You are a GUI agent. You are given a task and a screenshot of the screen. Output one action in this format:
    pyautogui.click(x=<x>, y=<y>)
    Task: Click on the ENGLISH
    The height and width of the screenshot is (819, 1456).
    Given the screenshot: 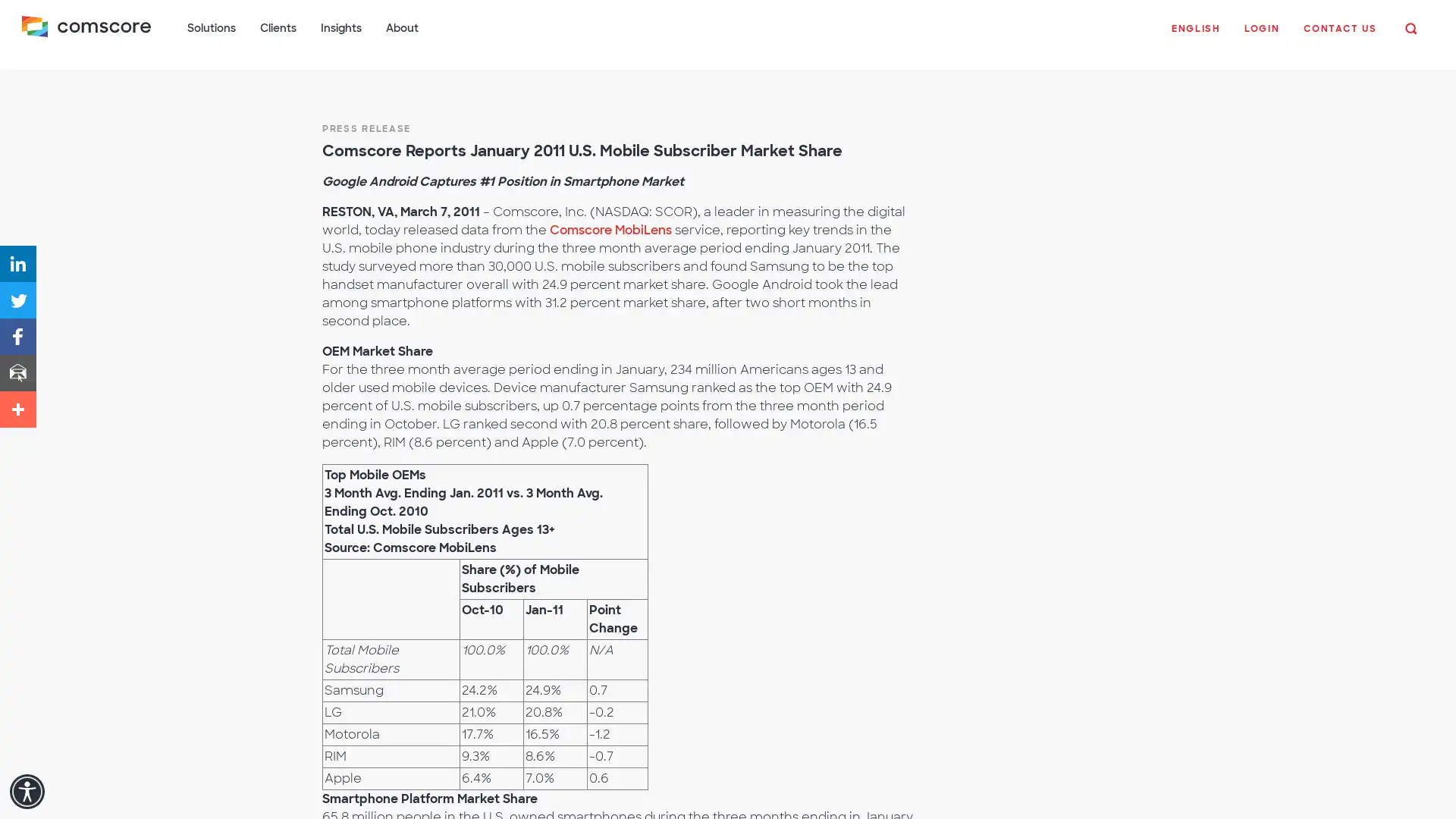 What is the action you would take?
    pyautogui.click(x=1192, y=36)
    